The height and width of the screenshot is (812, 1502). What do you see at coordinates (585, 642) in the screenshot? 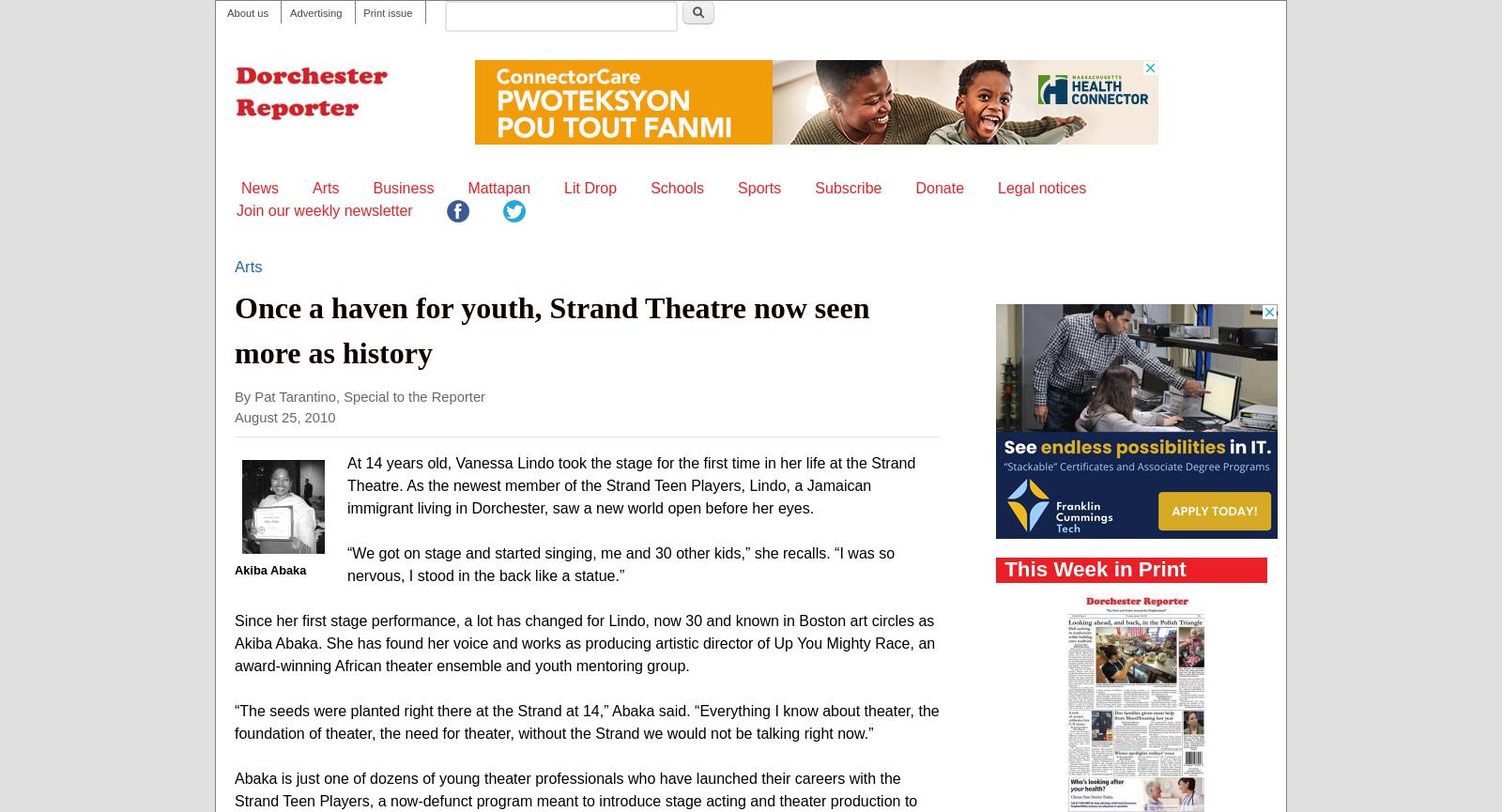
I see `'Since her first stage performance, a lot has changed for Lindo, now 30 and known in Boston art circles as Akiba Abaka. She has found her voice and works as producing artistic director of Up You Mighty Race, an award-winning African theater ensemble and youth mentoring group.'` at bounding box center [585, 642].